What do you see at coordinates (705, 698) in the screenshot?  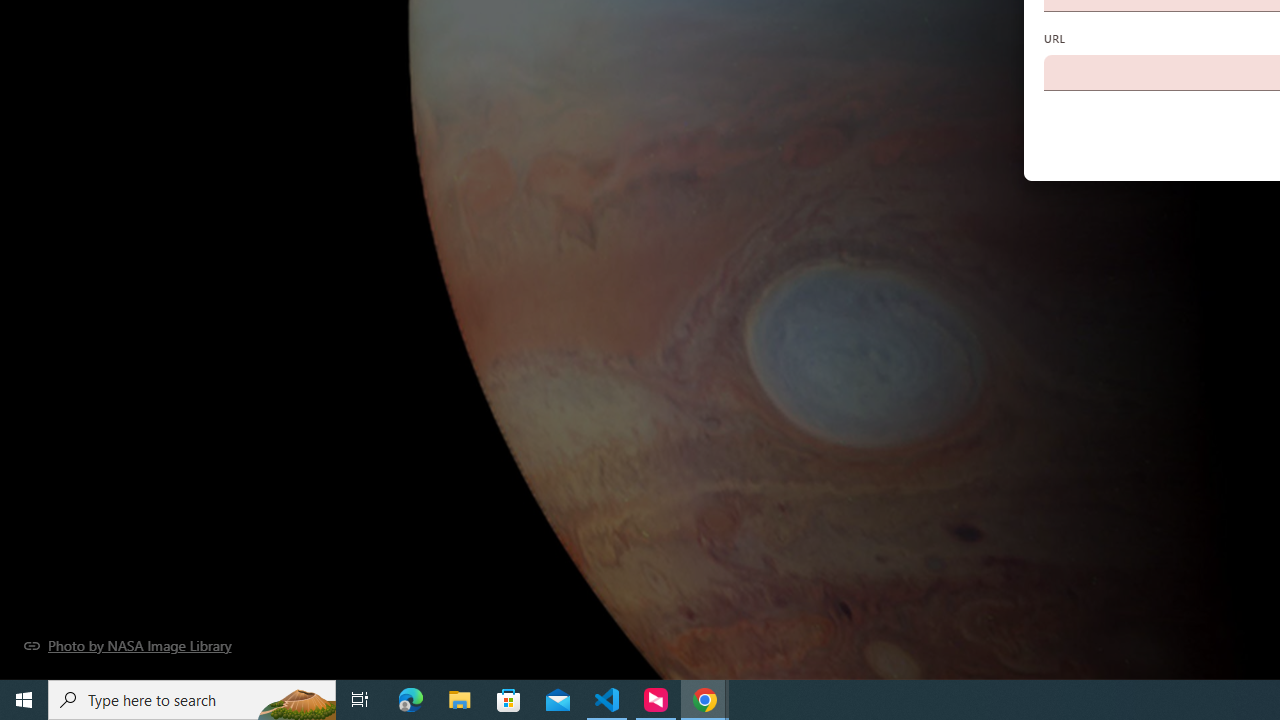 I see `'Google Chrome - 2 running windows'` at bounding box center [705, 698].